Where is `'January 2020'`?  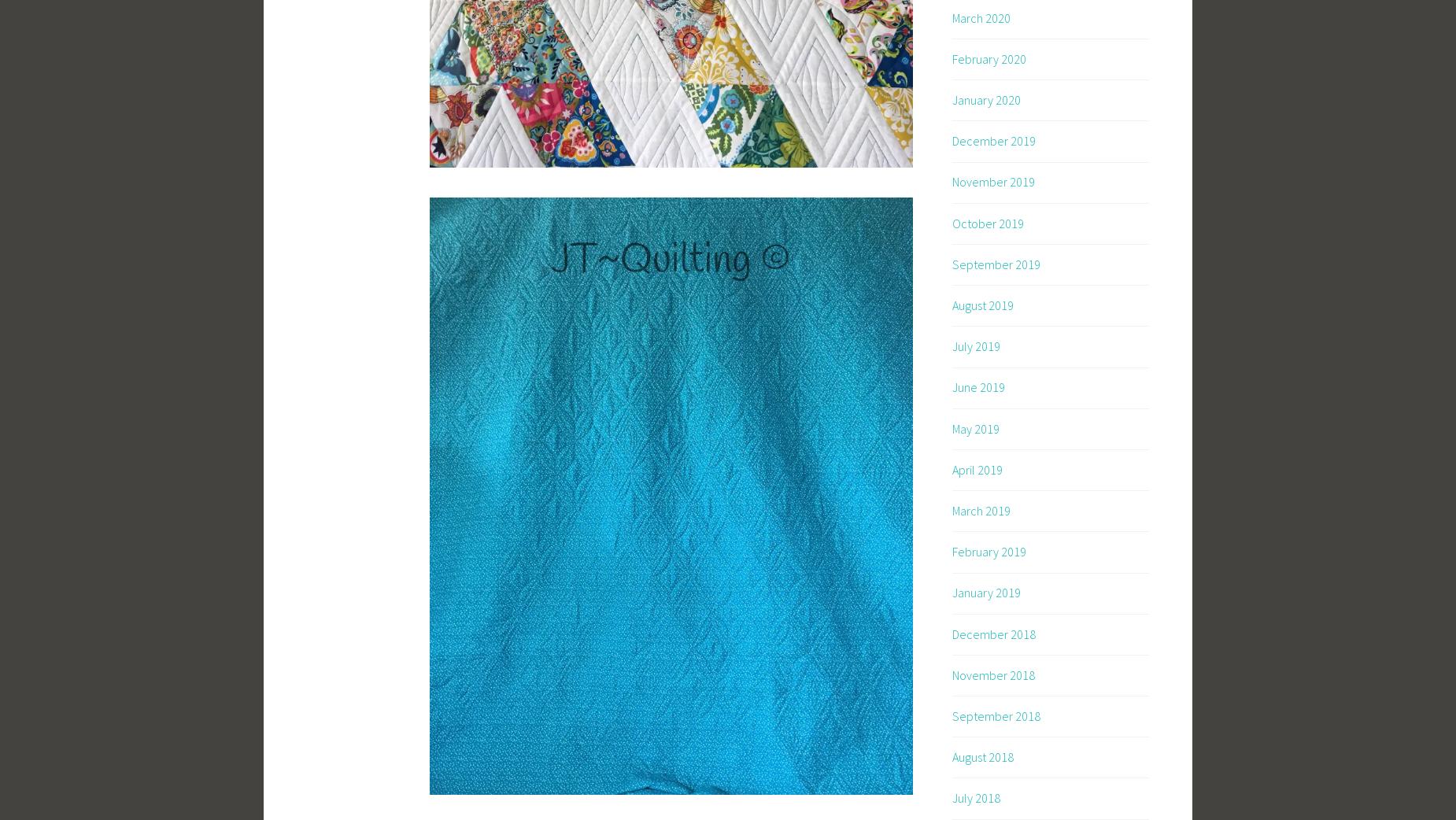 'January 2020' is located at coordinates (985, 100).